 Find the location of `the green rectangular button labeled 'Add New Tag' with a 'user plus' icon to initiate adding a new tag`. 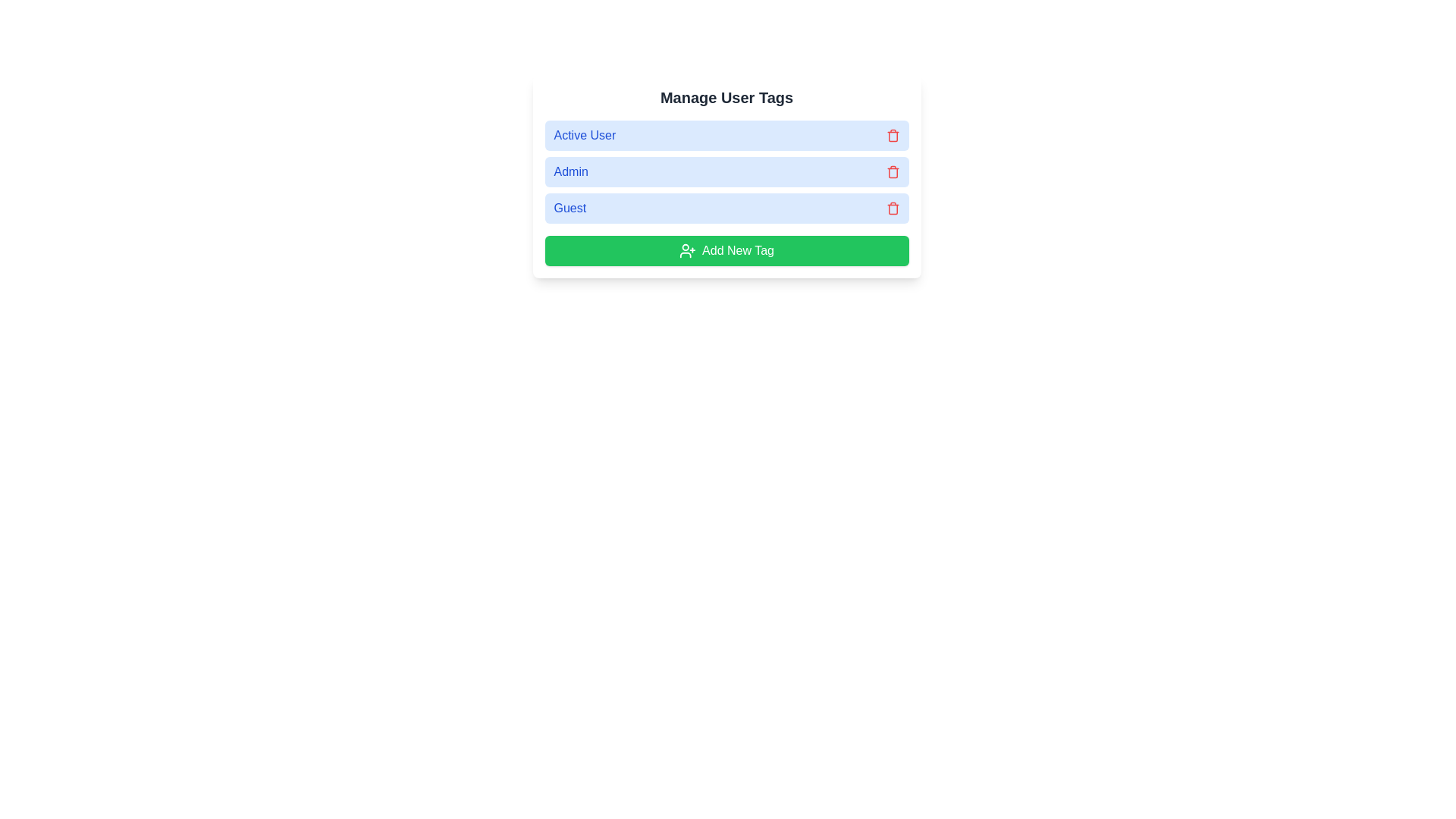

the green rectangular button labeled 'Add New Tag' with a 'user plus' icon to initiate adding a new tag is located at coordinates (726, 250).